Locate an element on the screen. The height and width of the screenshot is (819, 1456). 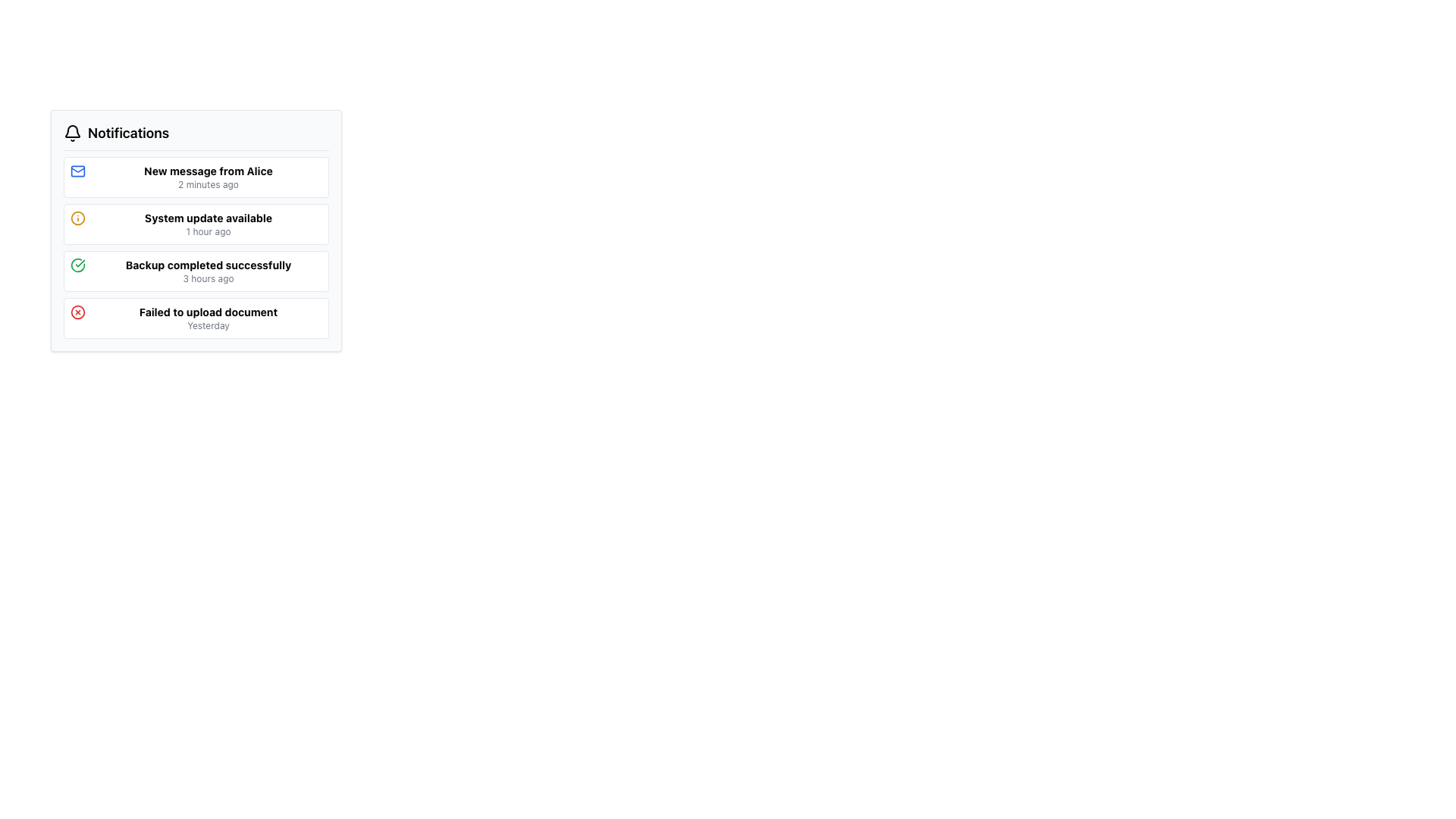
the red circular icon with an 'X' symbol in the fourth notification item under the 'Notifications' section, which indicates a failure to upload a document is located at coordinates (77, 312).